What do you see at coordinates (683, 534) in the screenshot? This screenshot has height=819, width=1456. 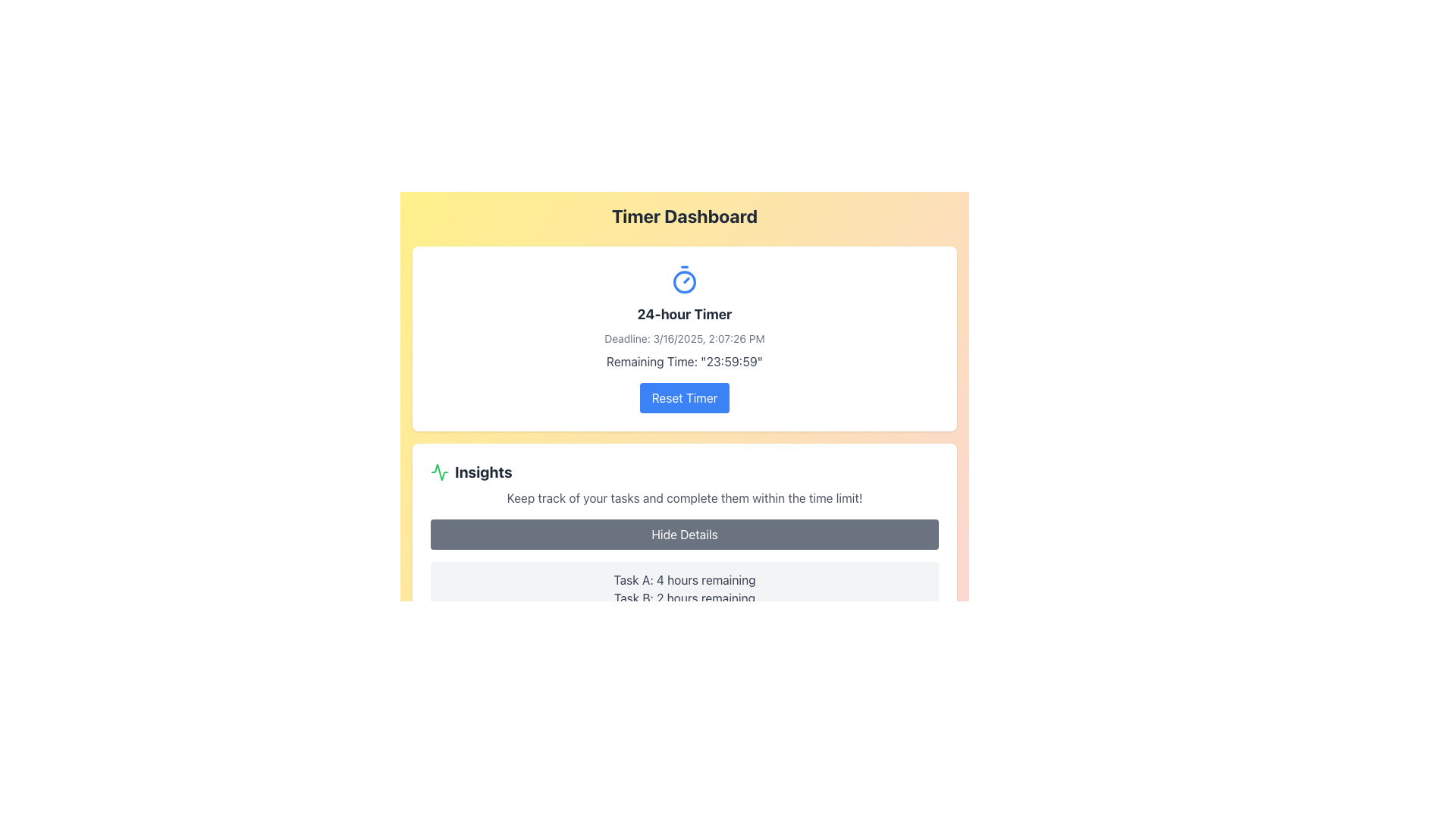 I see `the toggle button located in the 'Insights' section, which is positioned centrally below the subtitle and above the task list, to hide the displayed details` at bounding box center [683, 534].